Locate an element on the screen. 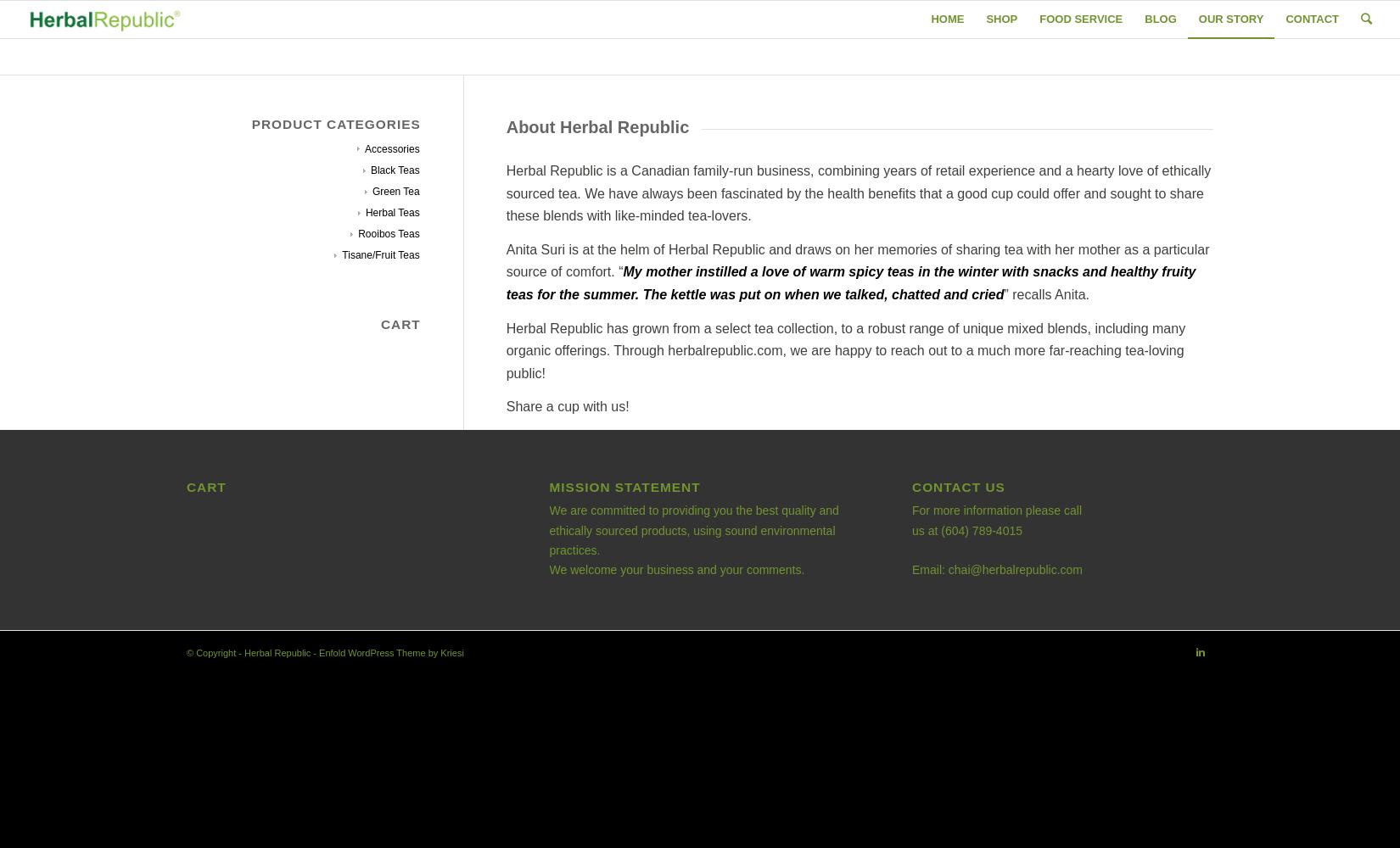 This screenshot has height=848, width=1400. 'Herbal Republic has grown from a select tea collection, to a robust range of unique mixed blends, including many organic offerings. Through herbalrepublic.com, we are happy to reach out to a much more far-reaching tea-loving public!' is located at coordinates (845, 350).